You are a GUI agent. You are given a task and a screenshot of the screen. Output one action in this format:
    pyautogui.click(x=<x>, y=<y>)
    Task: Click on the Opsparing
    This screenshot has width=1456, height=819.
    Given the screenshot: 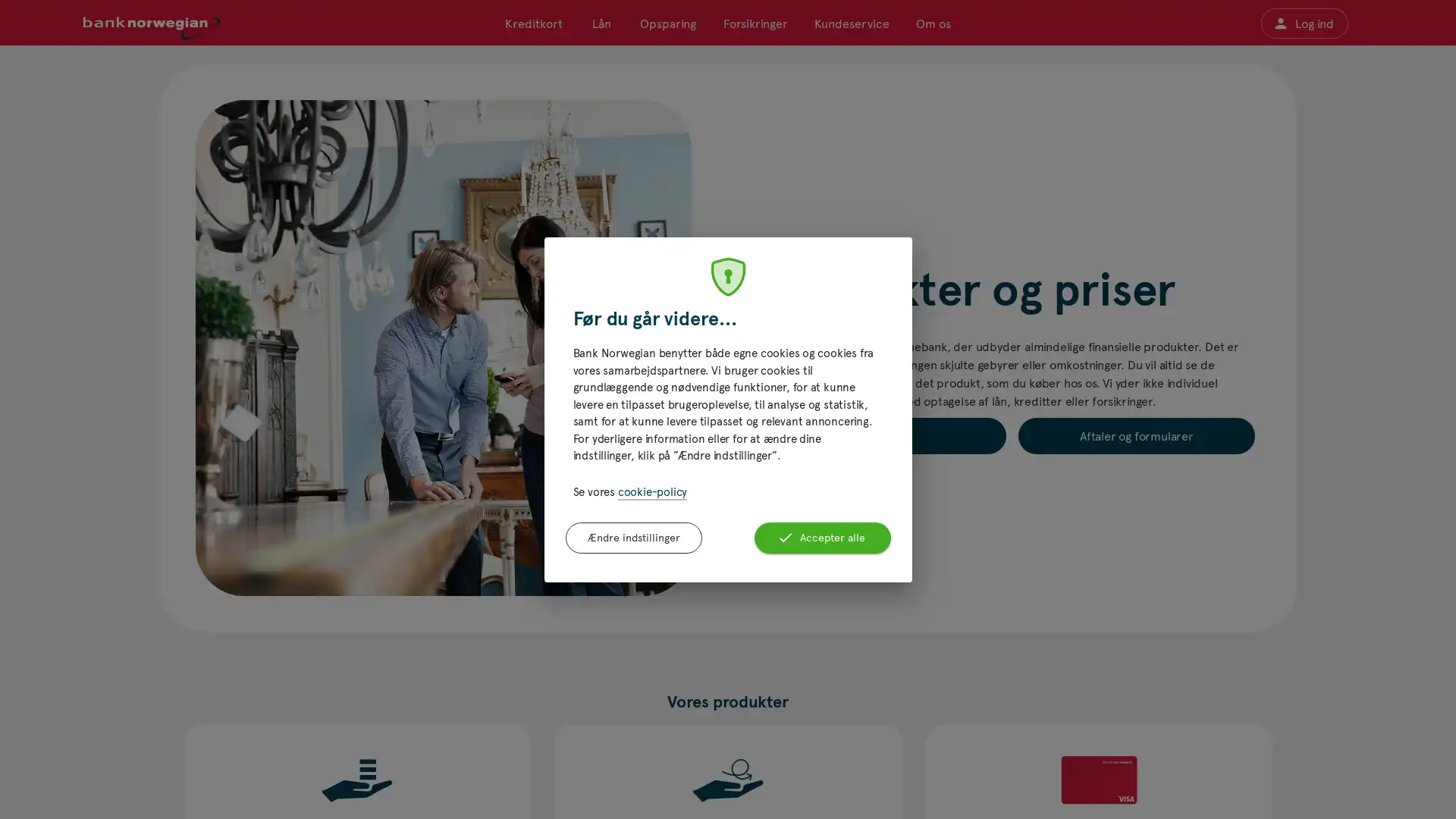 What is the action you would take?
    pyautogui.click(x=667, y=23)
    